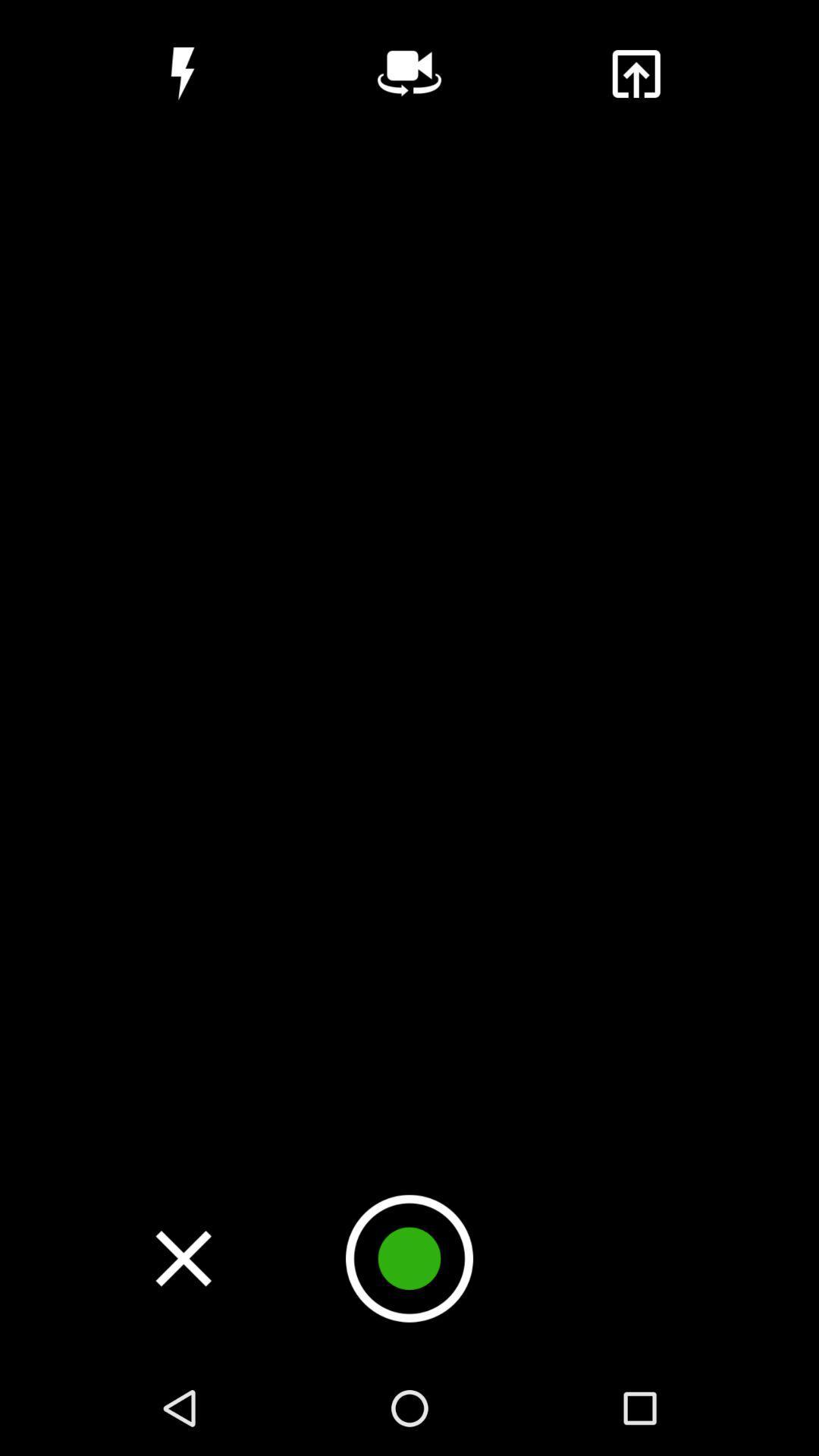  Describe the element at coordinates (183, 1258) in the screenshot. I see `item at the bottom left corner` at that location.